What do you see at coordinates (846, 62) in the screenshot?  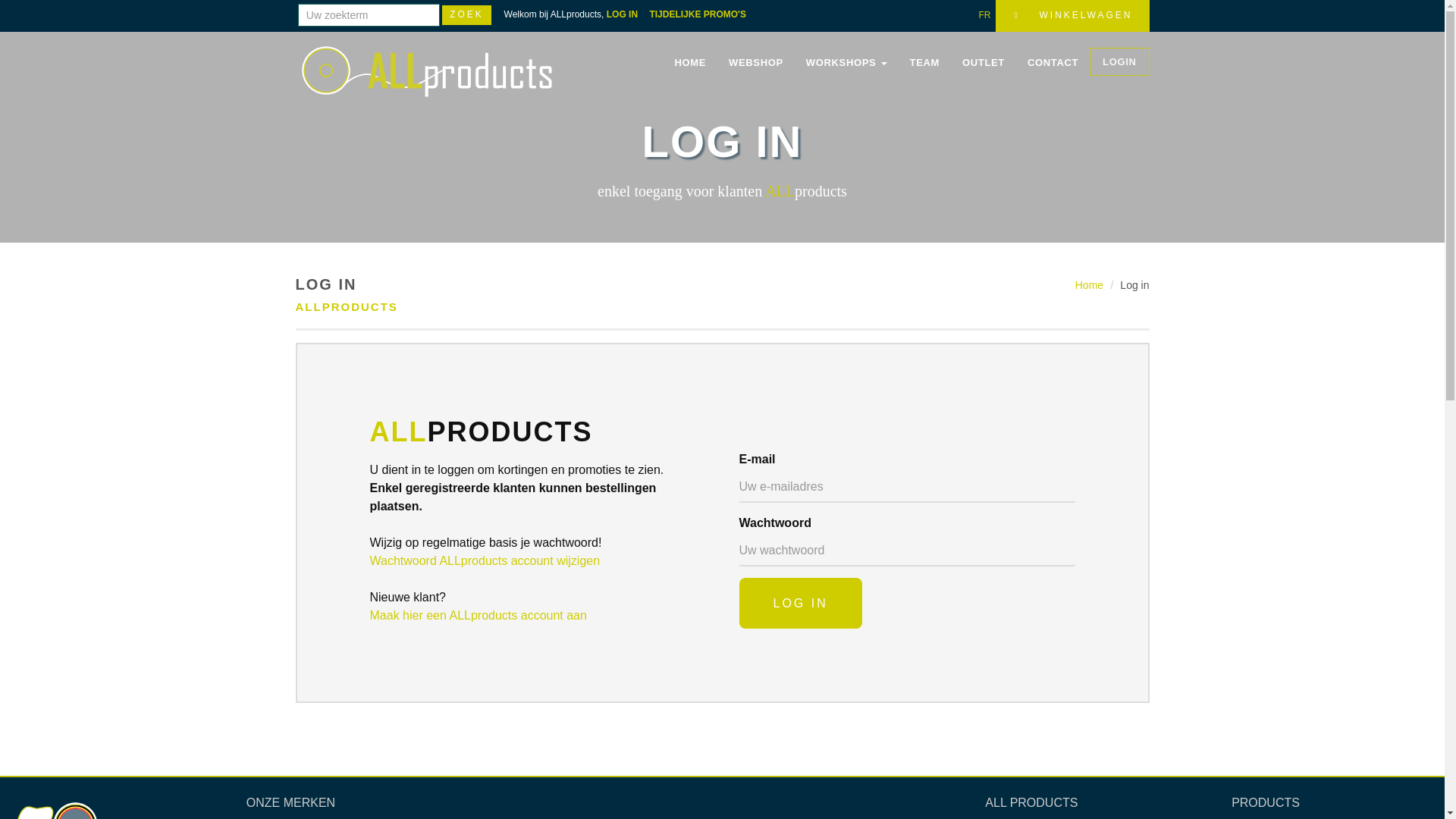 I see `'WORKSHOPS'` at bounding box center [846, 62].